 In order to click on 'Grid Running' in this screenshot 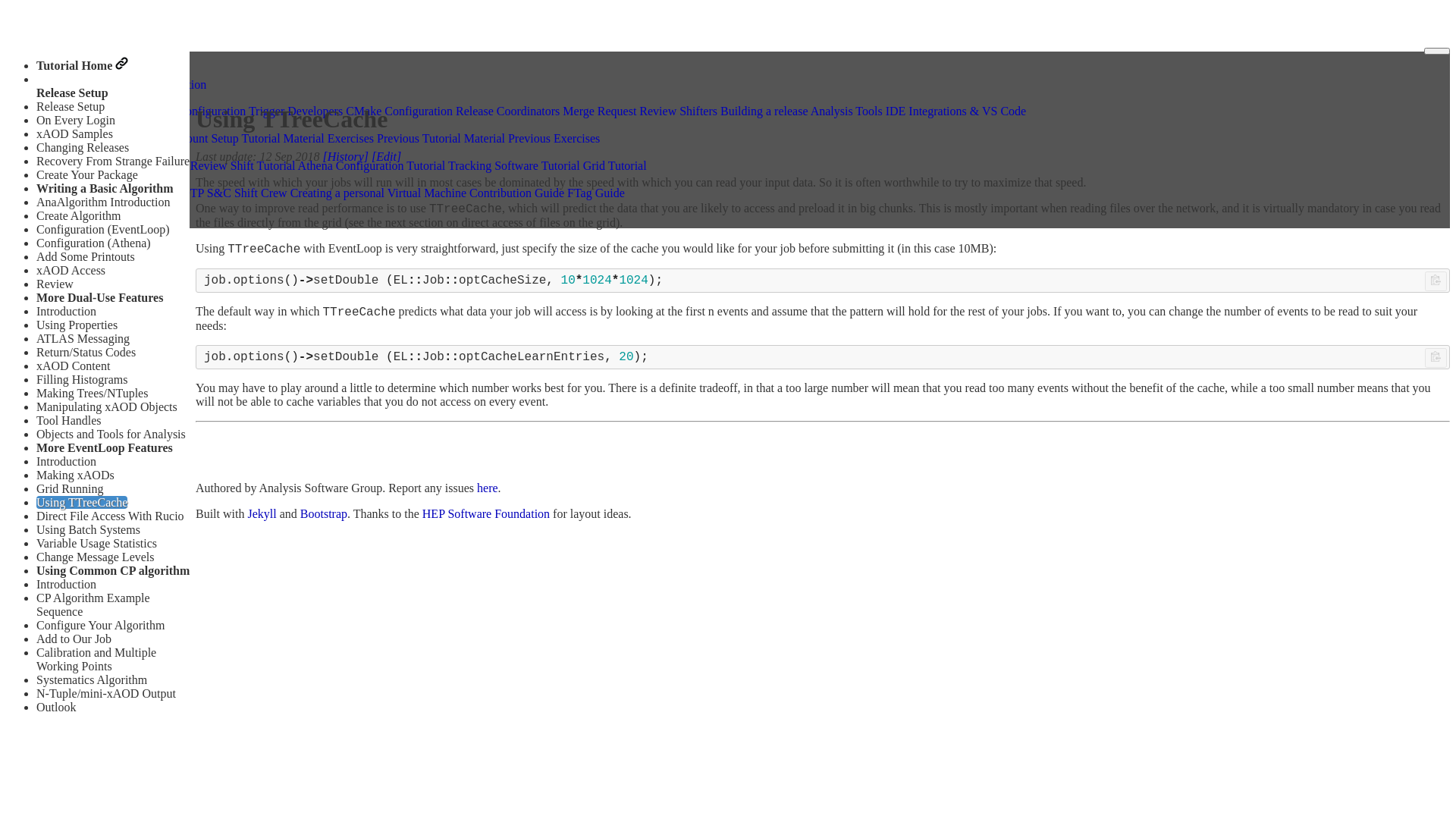, I will do `click(36, 488)`.